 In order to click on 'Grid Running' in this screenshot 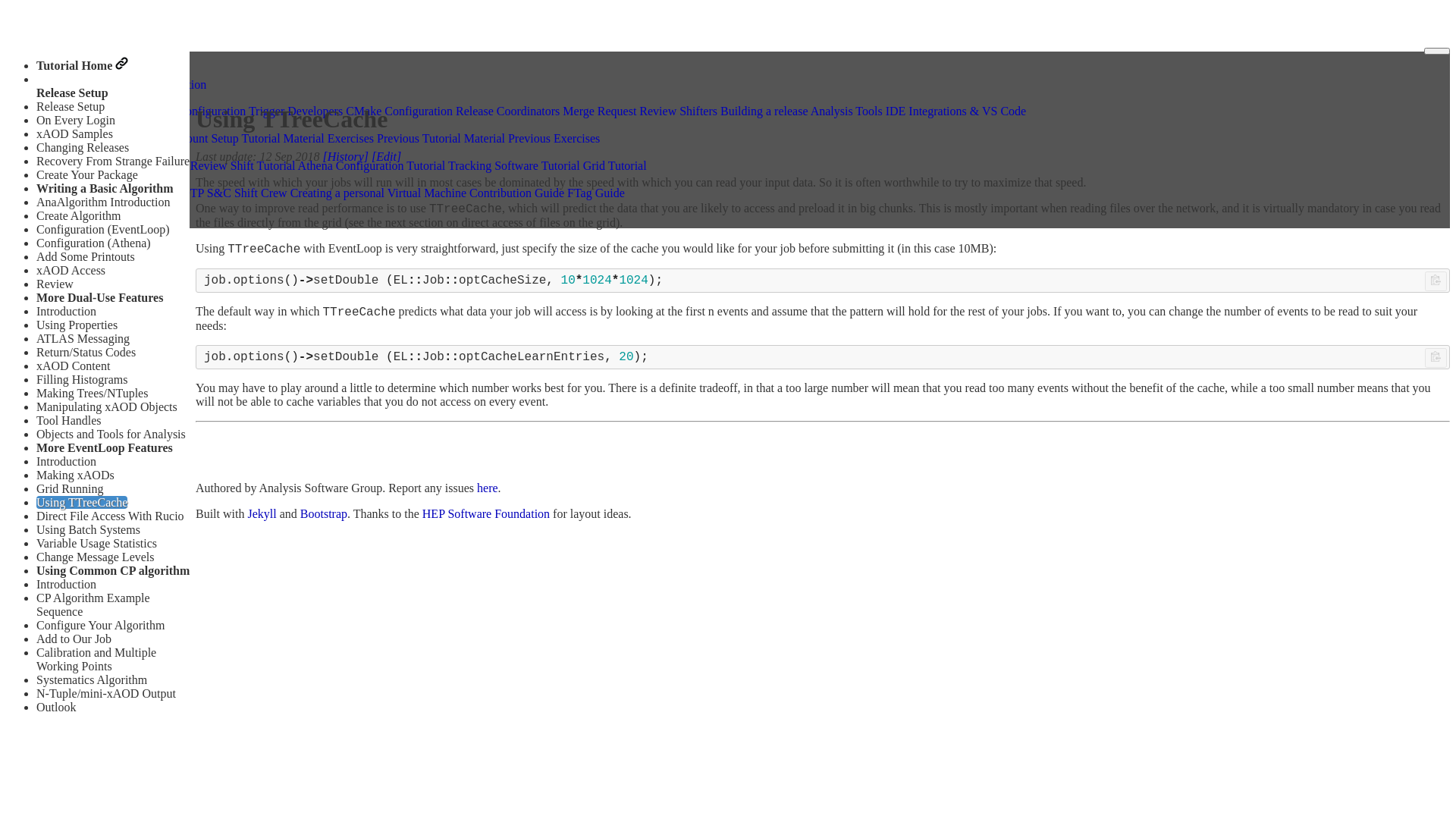, I will do `click(36, 488)`.